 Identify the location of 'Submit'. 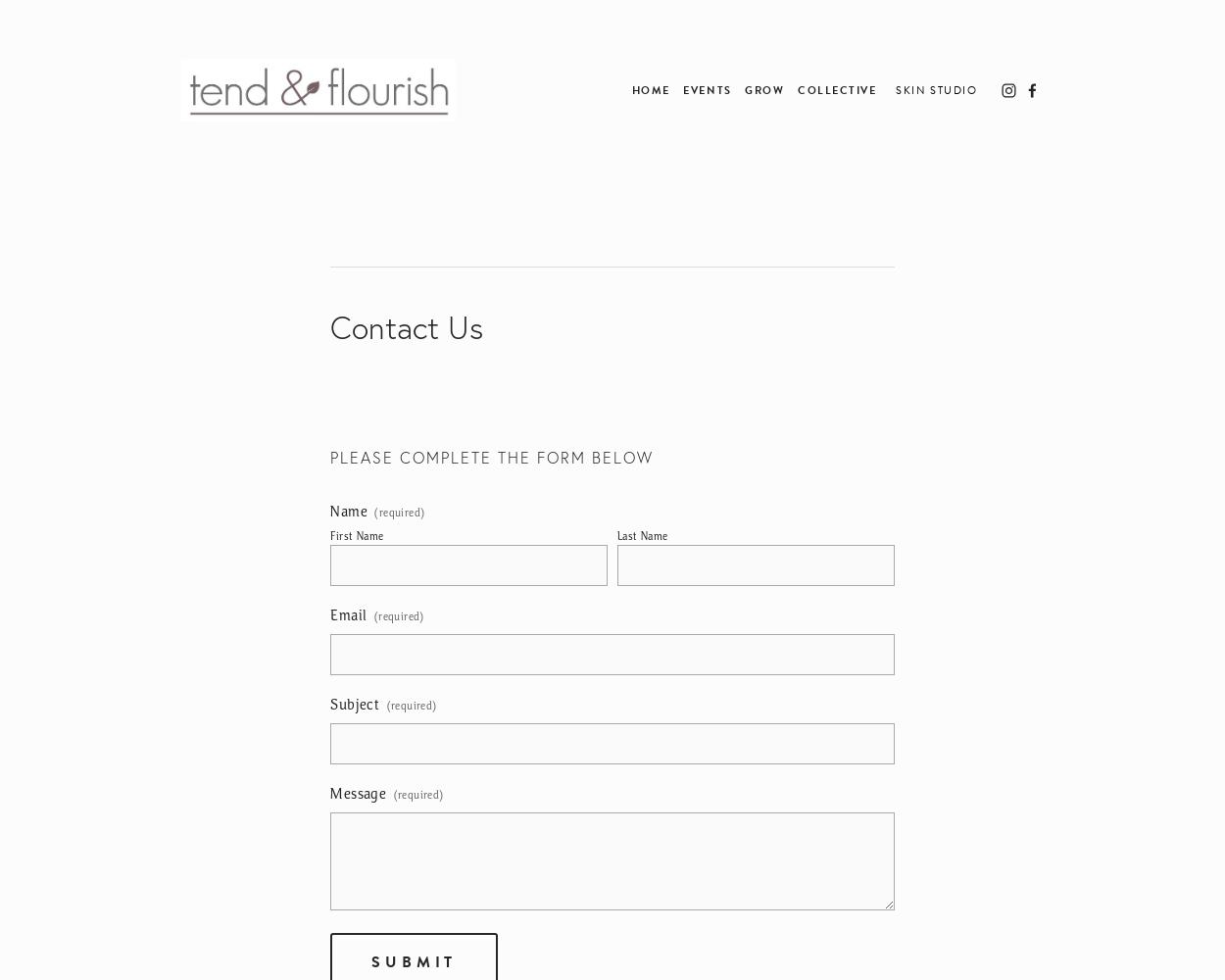
(414, 961).